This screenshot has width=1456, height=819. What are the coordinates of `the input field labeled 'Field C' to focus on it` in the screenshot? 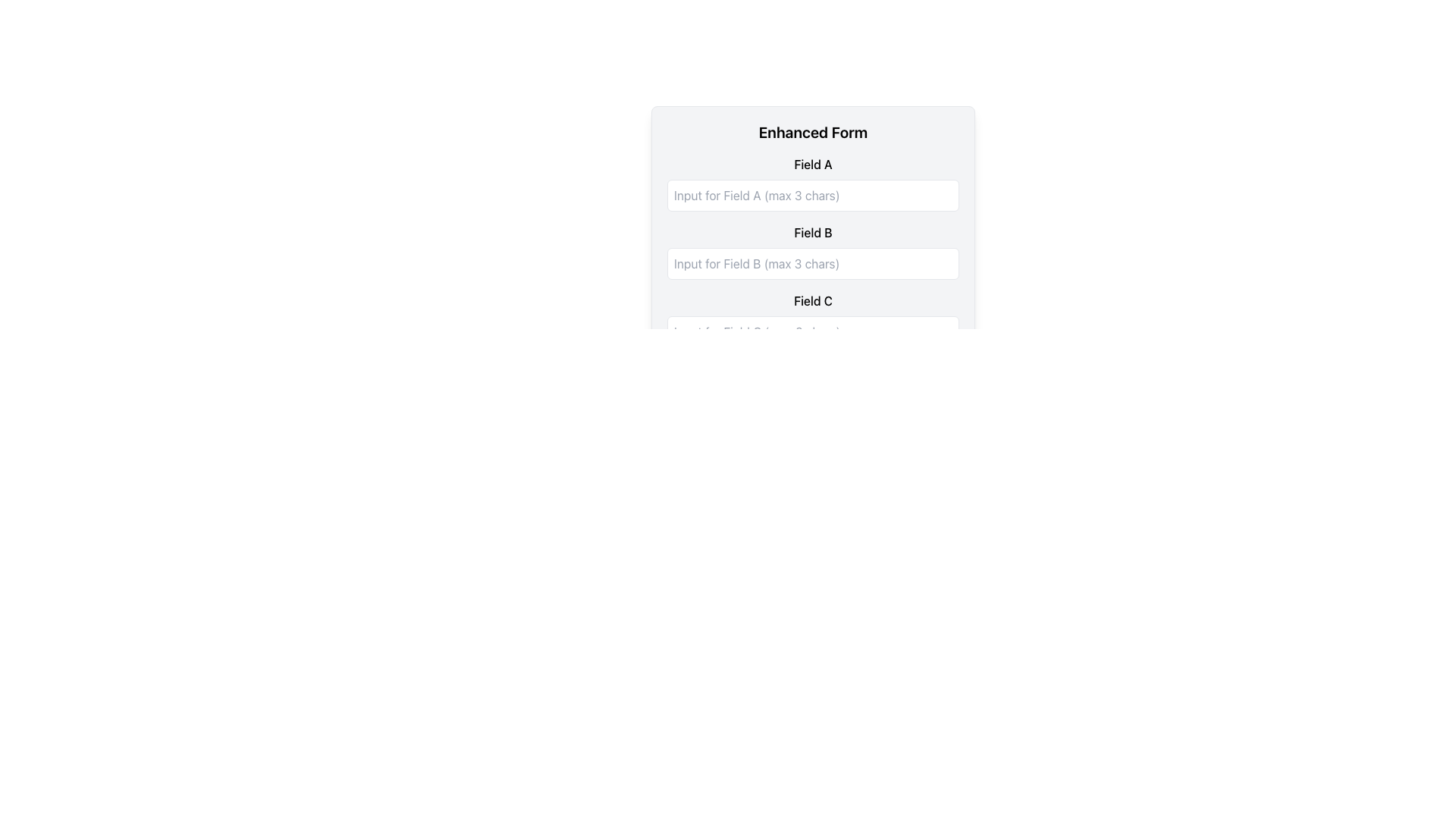 It's located at (812, 318).